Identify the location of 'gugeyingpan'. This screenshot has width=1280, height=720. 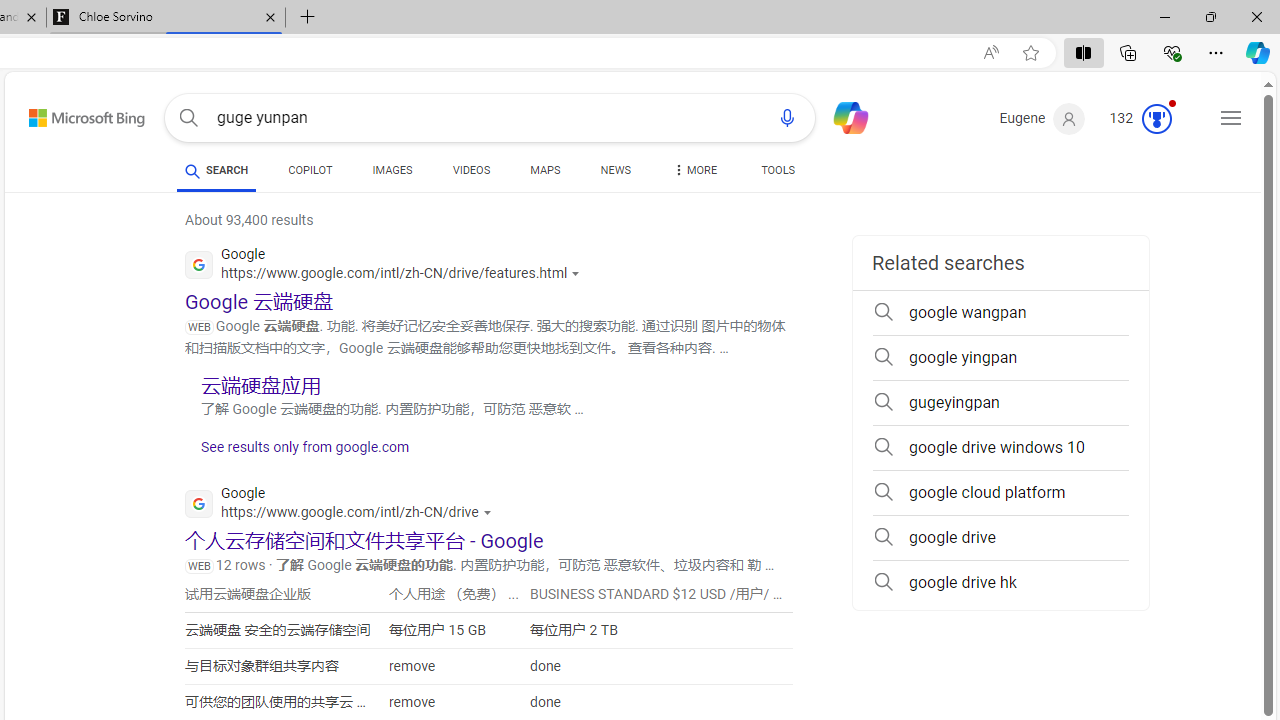
(1000, 402).